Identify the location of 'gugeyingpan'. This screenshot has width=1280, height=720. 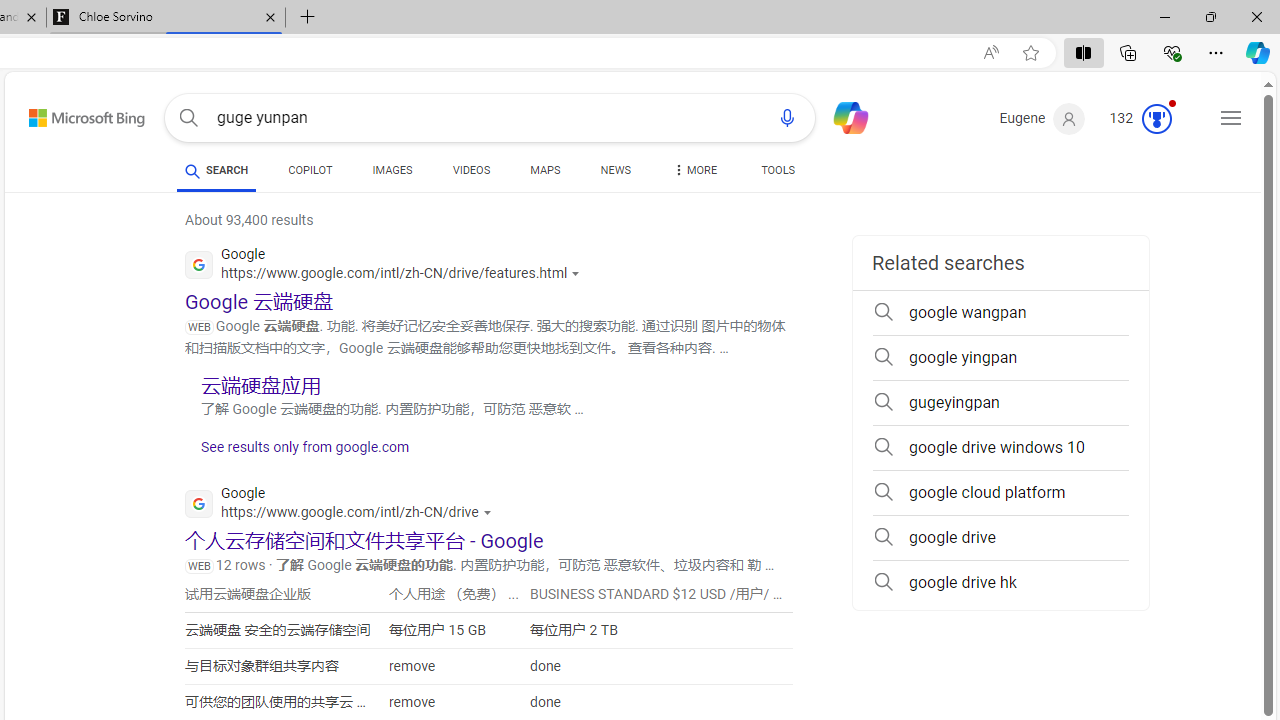
(1000, 402).